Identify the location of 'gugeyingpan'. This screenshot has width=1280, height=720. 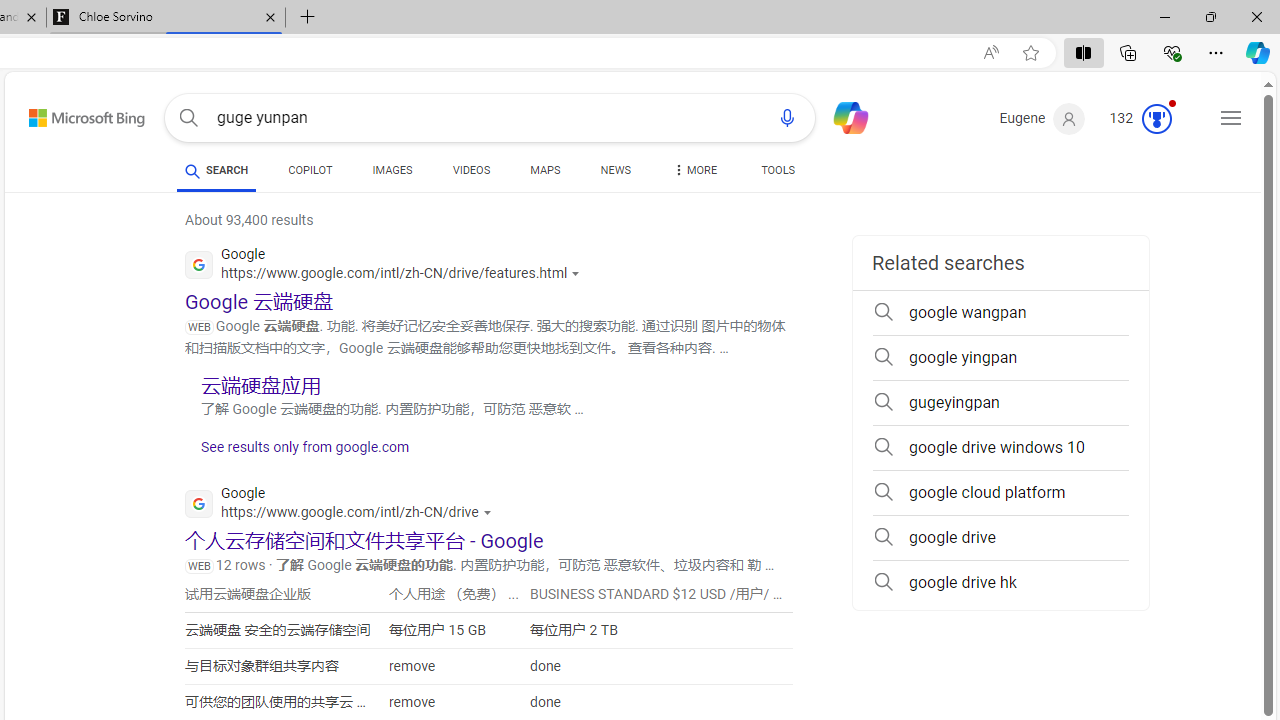
(1000, 402).